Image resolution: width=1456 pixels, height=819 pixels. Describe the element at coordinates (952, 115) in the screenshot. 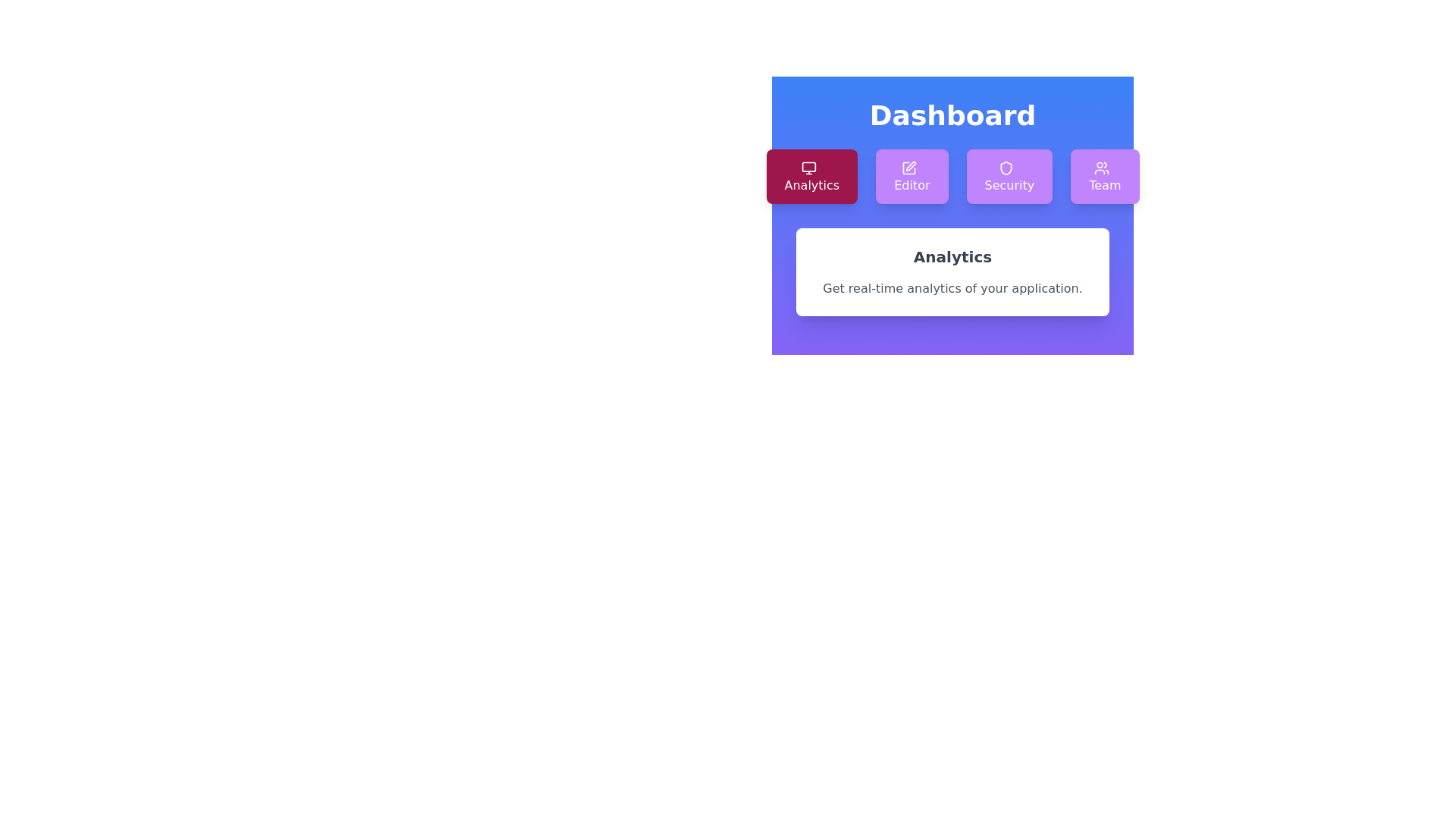

I see `the header text 'Dashboard'` at that location.